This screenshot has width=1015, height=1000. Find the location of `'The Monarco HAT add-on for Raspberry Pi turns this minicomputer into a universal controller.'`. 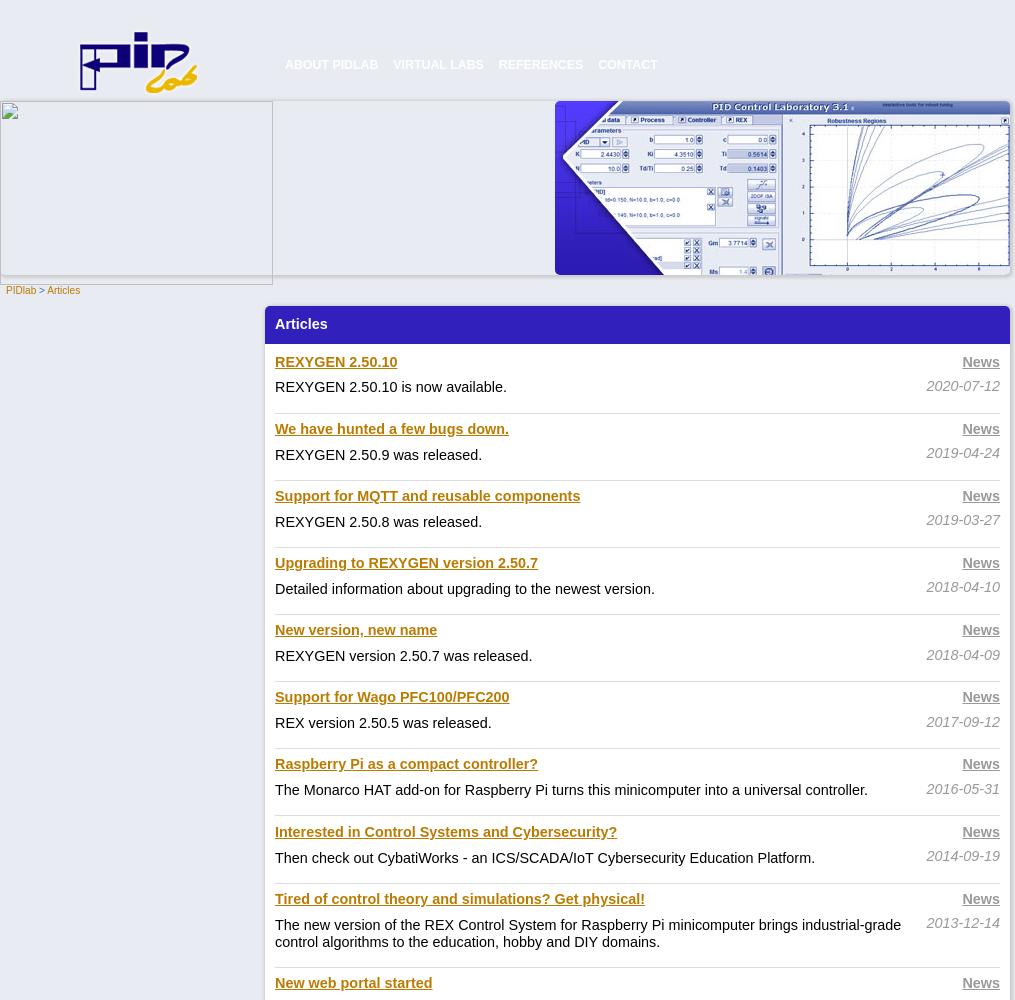

'The Monarco HAT add-on for Raspberry Pi turns this minicomputer into a universal controller.' is located at coordinates (571, 790).